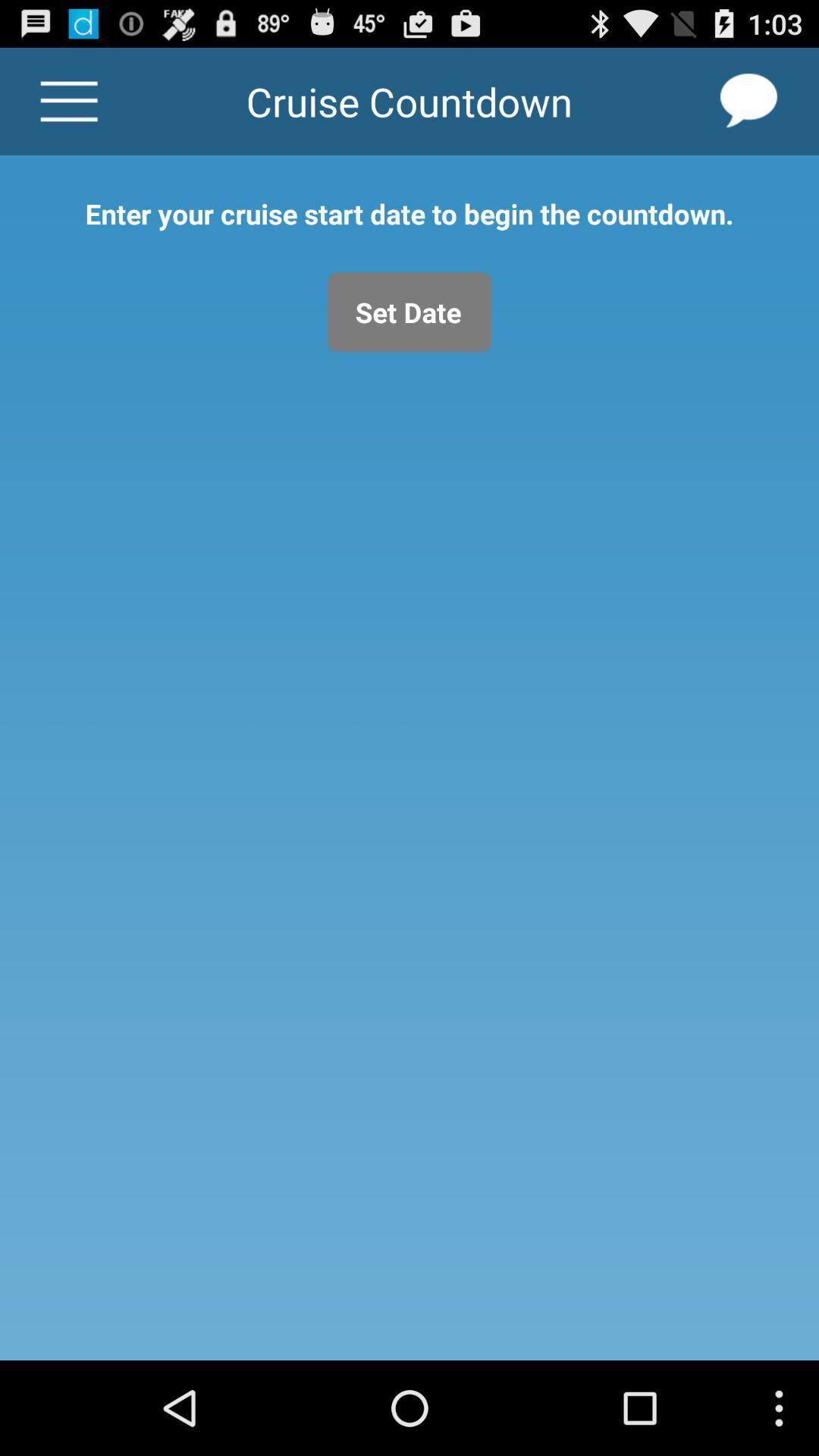  What do you see at coordinates (748, 108) in the screenshot?
I see `the chat icon` at bounding box center [748, 108].